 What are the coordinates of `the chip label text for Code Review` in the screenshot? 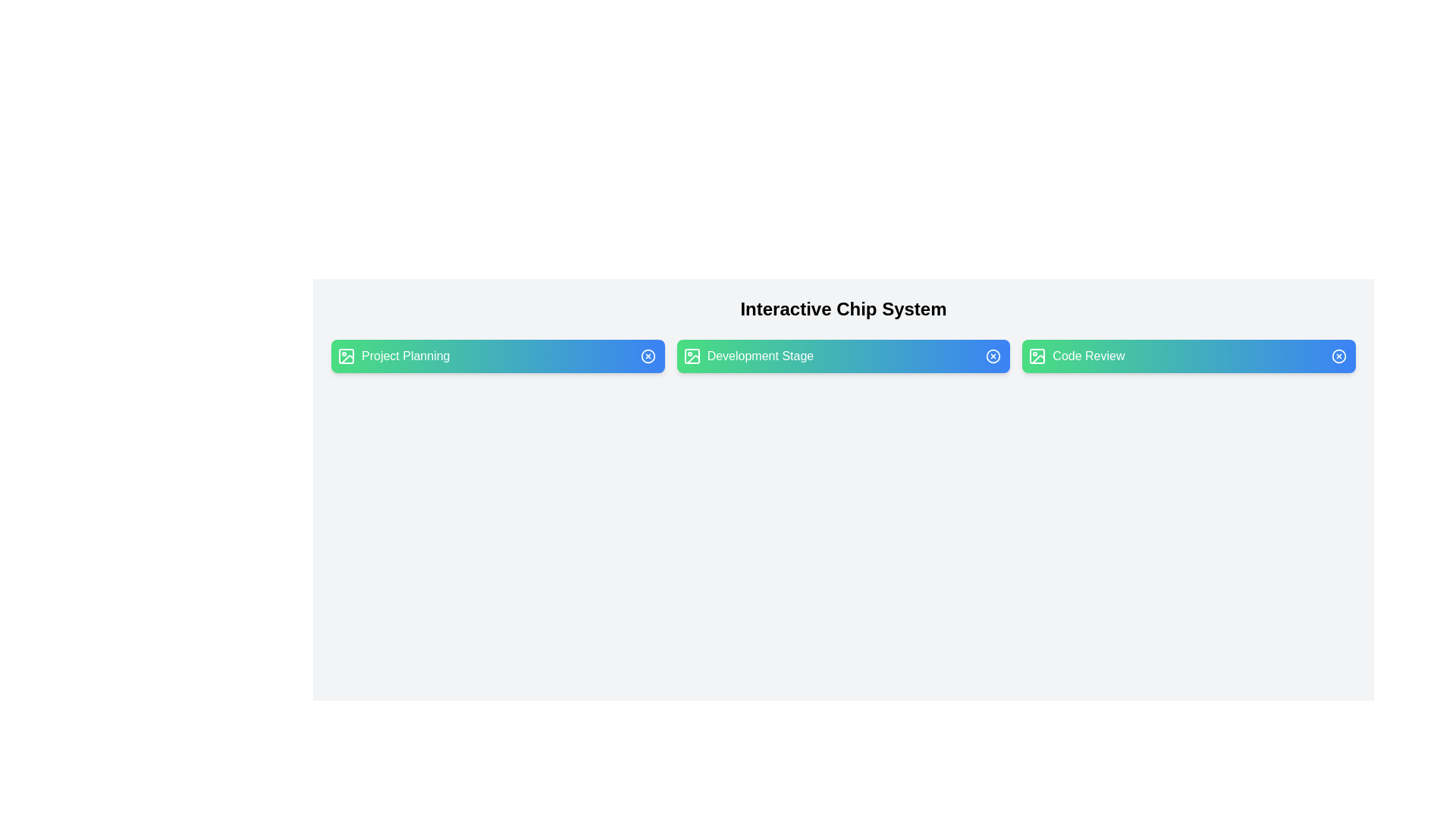 It's located at (1188, 356).